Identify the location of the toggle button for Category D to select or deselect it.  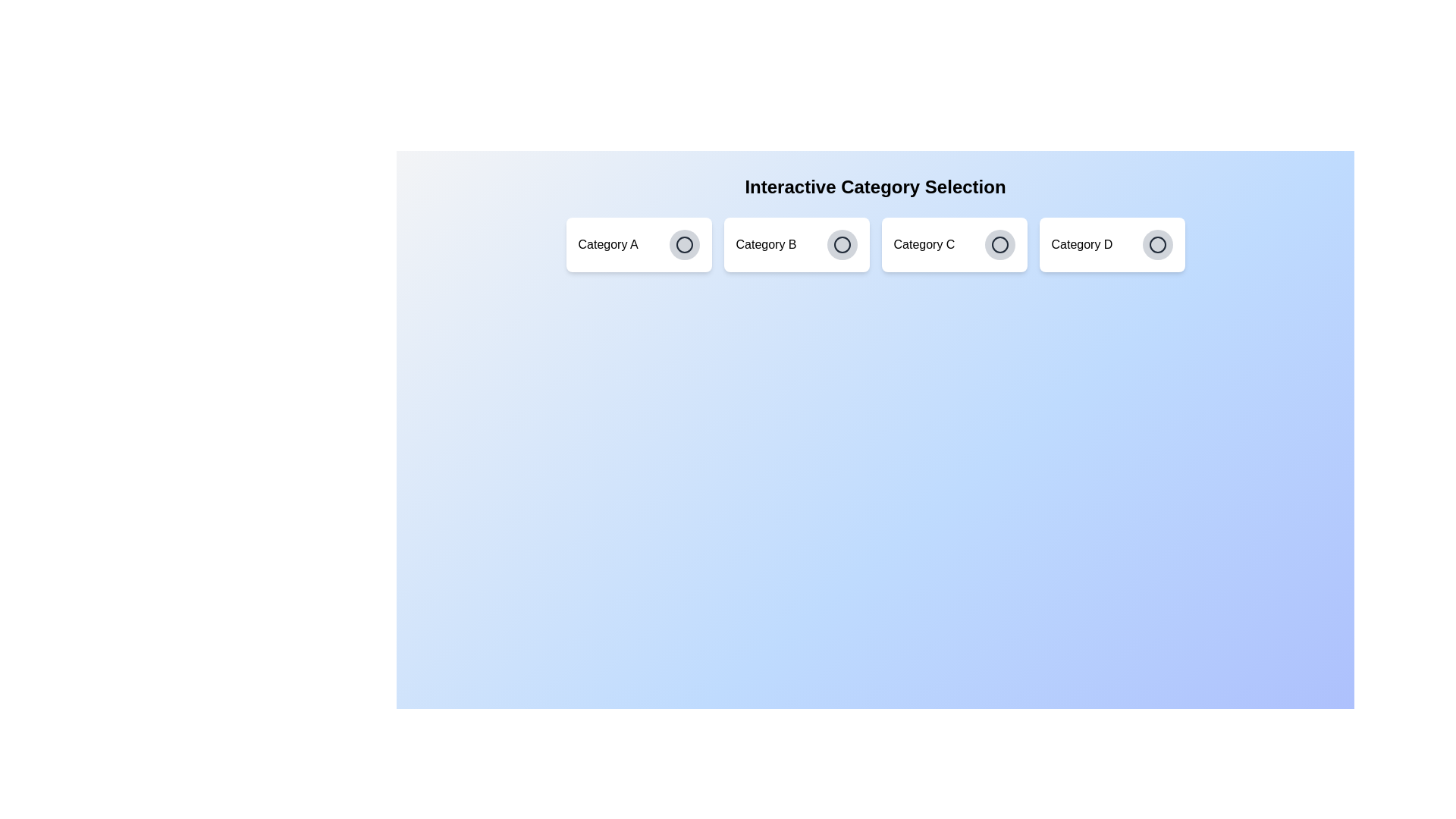
(1156, 244).